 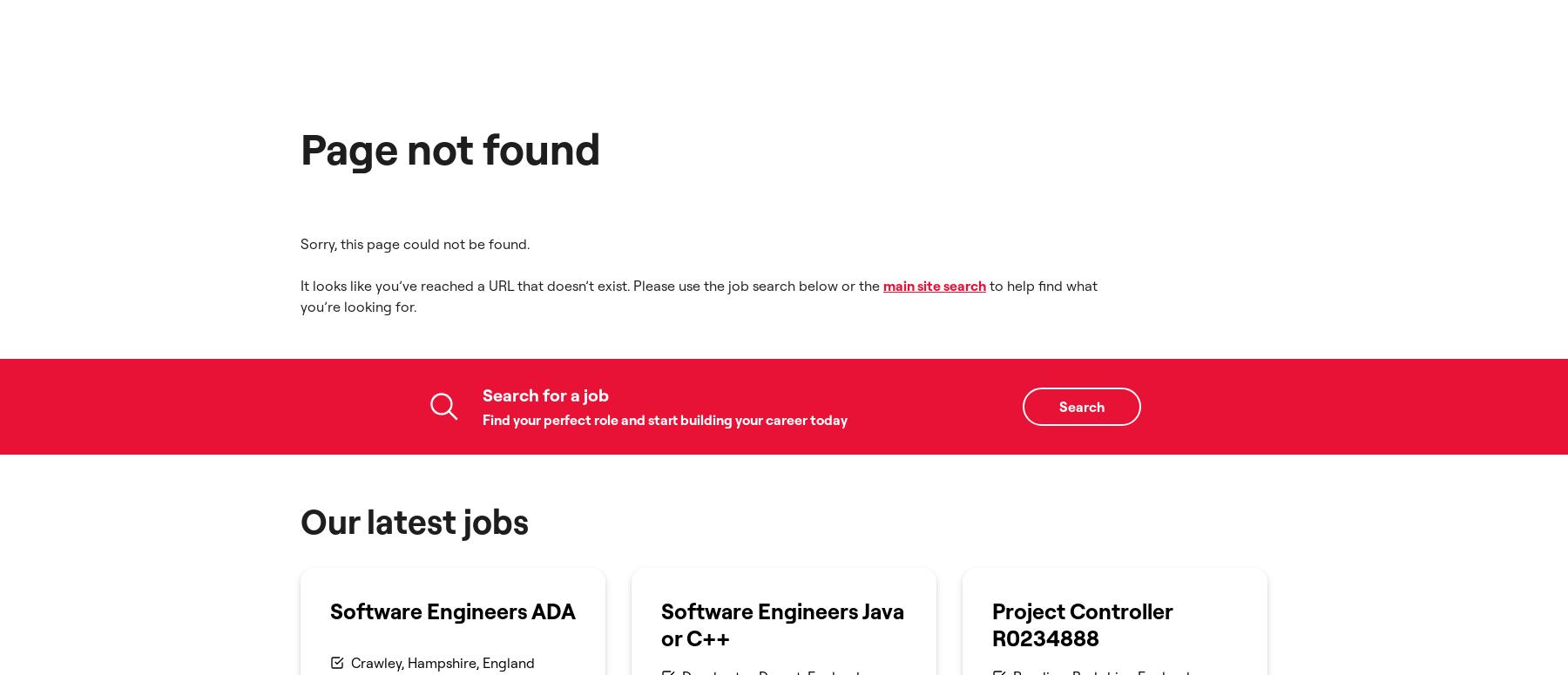 I want to click on 'Capenhurst, Cheshire, England', so click(x=447, y=269).